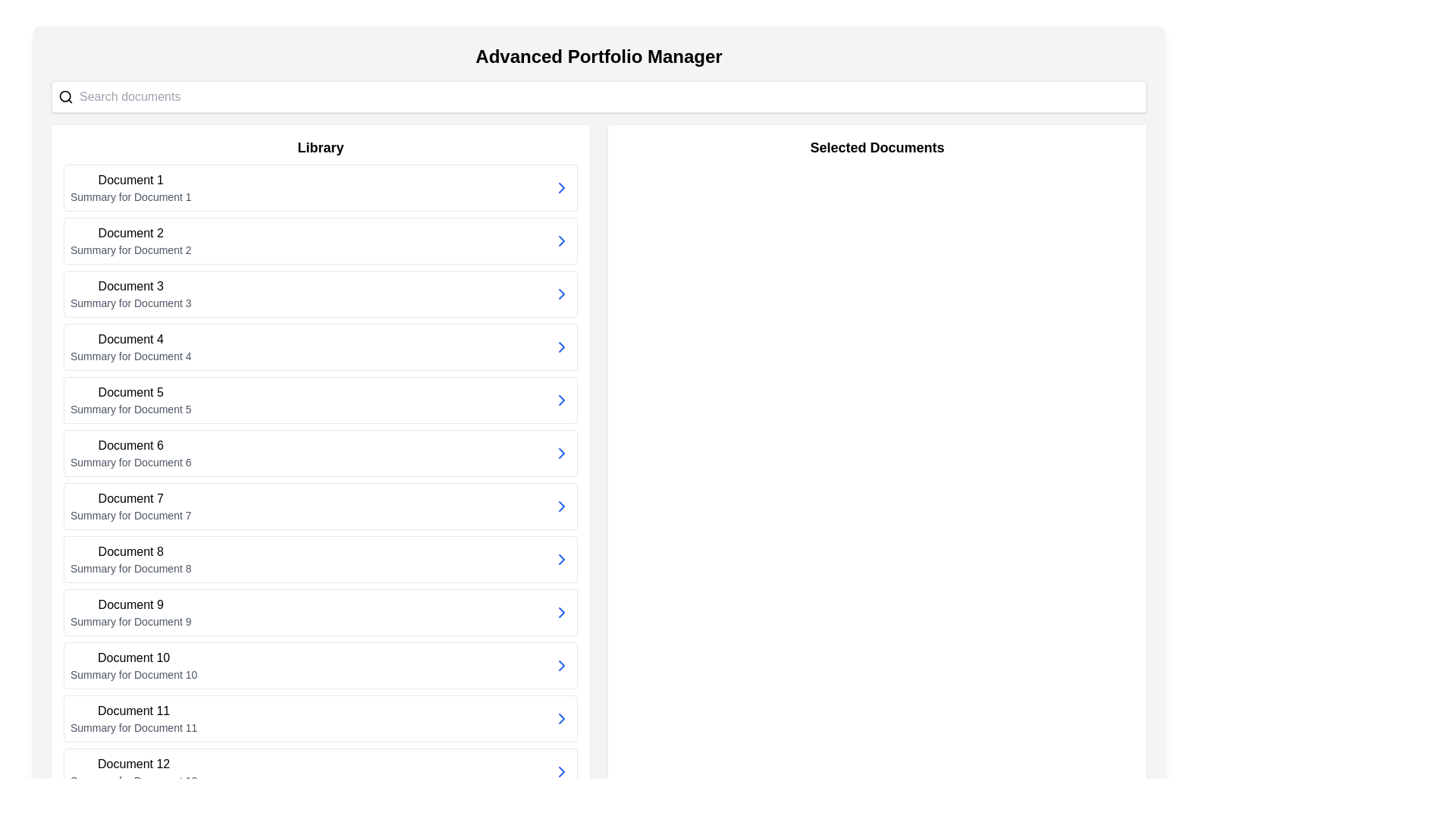  Describe the element at coordinates (133, 764) in the screenshot. I see `the text label displaying 'Document 12', which is the main title of the 12th list item in the left-side library section of the interface` at that location.